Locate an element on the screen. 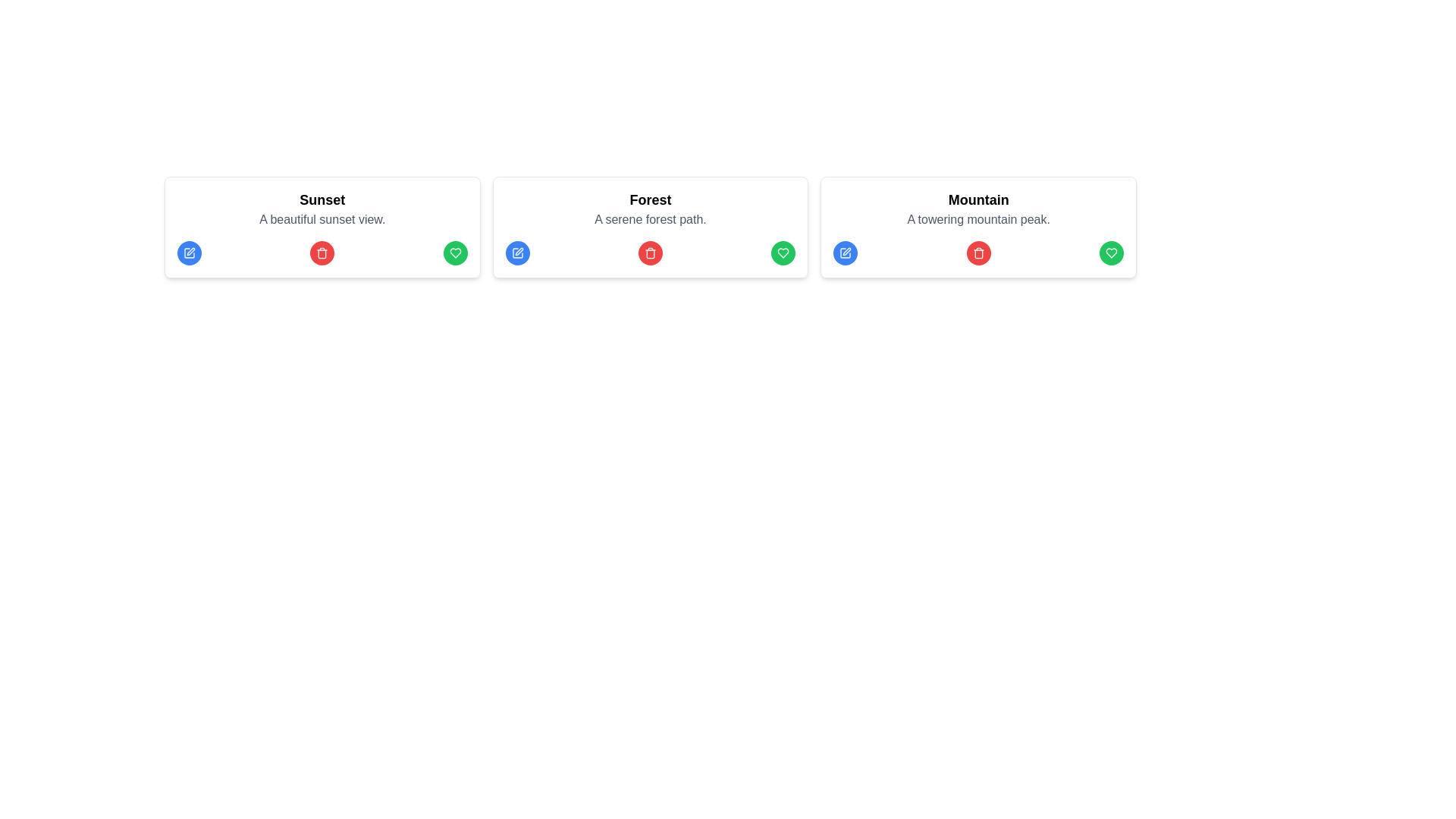 The width and height of the screenshot is (1456, 819). the circular blue button with a white pen icon located in the first interactive section under the card labeled 'Forest' is located at coordinates (517, 253).